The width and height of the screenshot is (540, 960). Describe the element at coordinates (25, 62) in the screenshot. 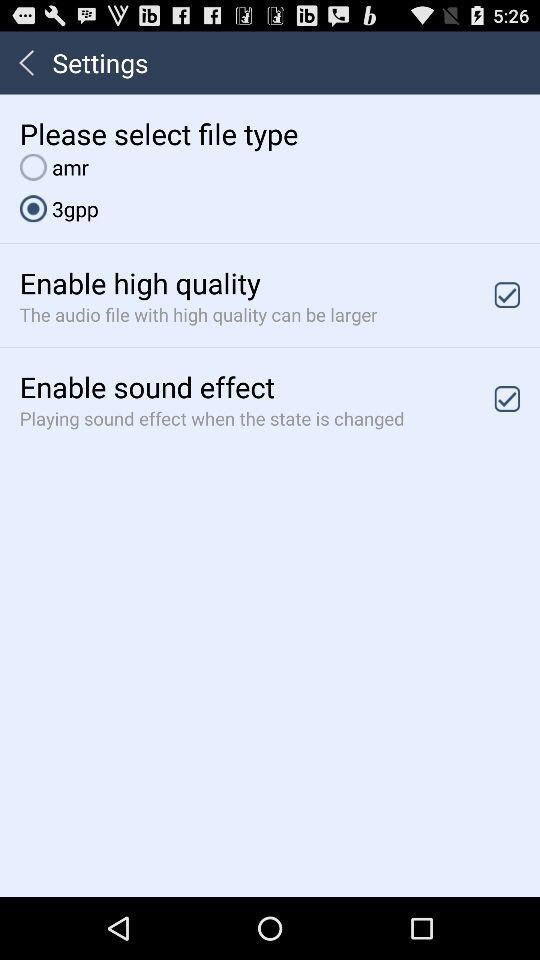

I see `icon to the left of the settings icon` at that location.